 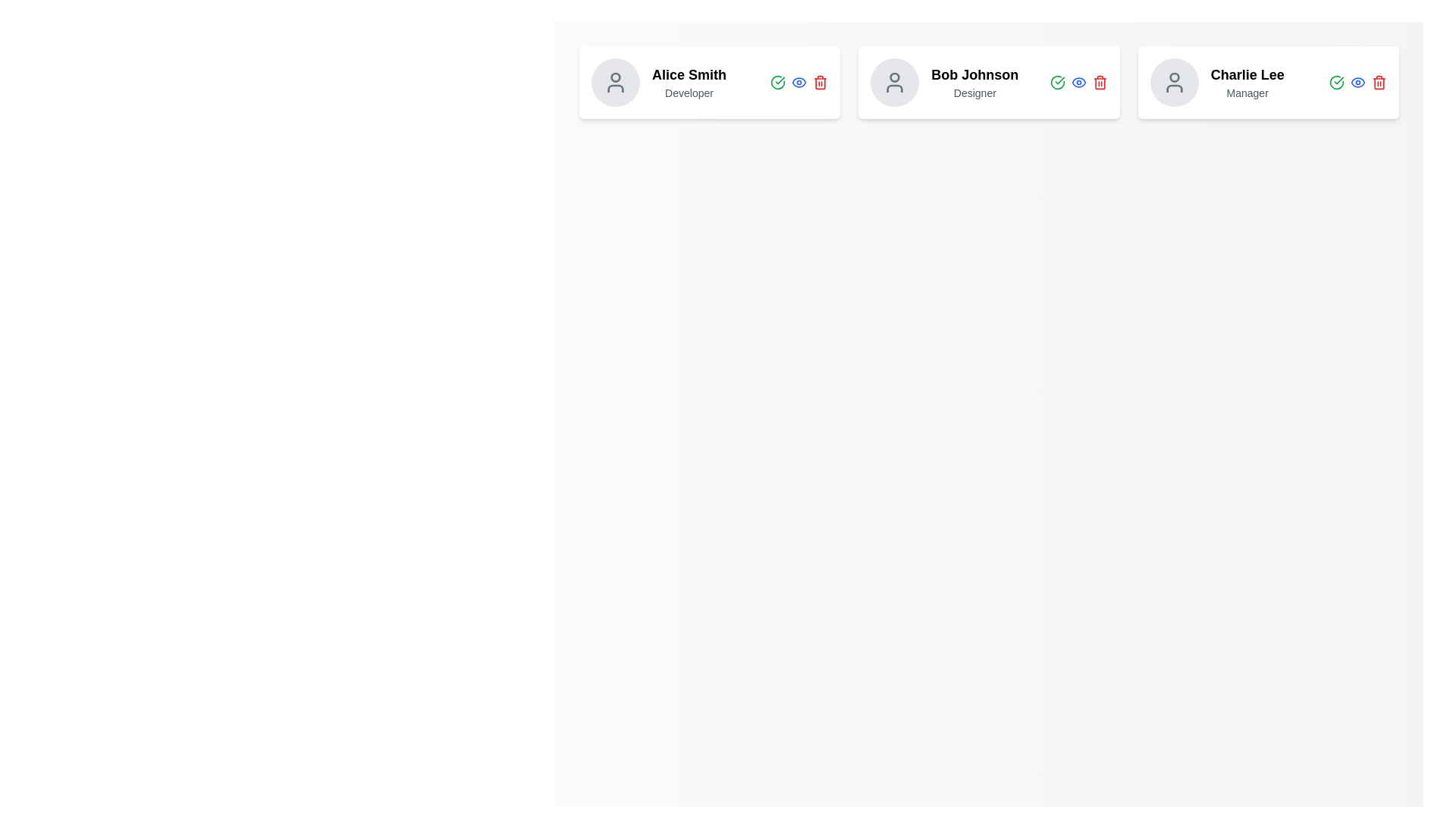 What do you see at coordinates (974, 75) in the screenshot?
I see `the prominent static text element displaying 'Bob Johnson', which is styled in bold and larger font, positioned above the descriptive text 'Designer'` at bounding box center [974, 75].